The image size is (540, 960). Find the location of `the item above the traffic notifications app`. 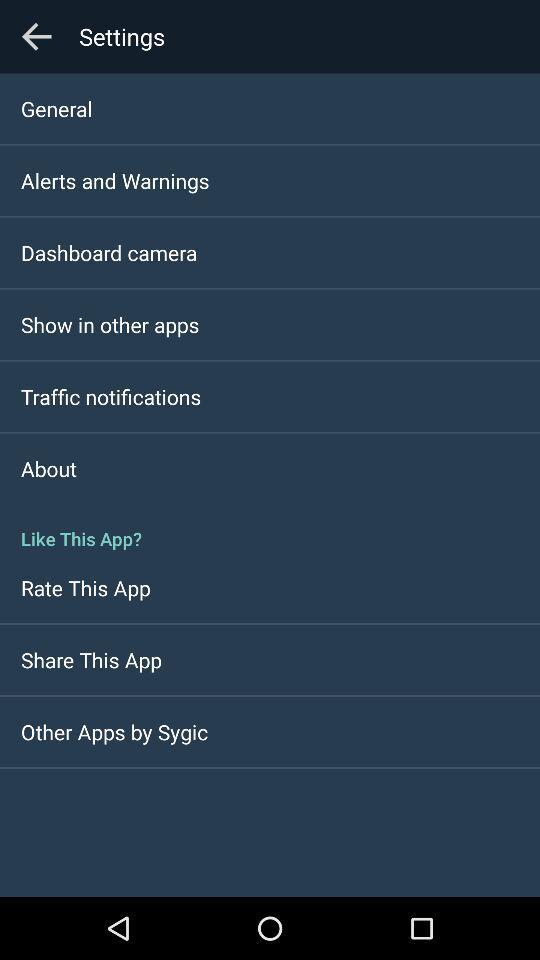

the item above the traffic notifications app is located at coordinates (110, 324).